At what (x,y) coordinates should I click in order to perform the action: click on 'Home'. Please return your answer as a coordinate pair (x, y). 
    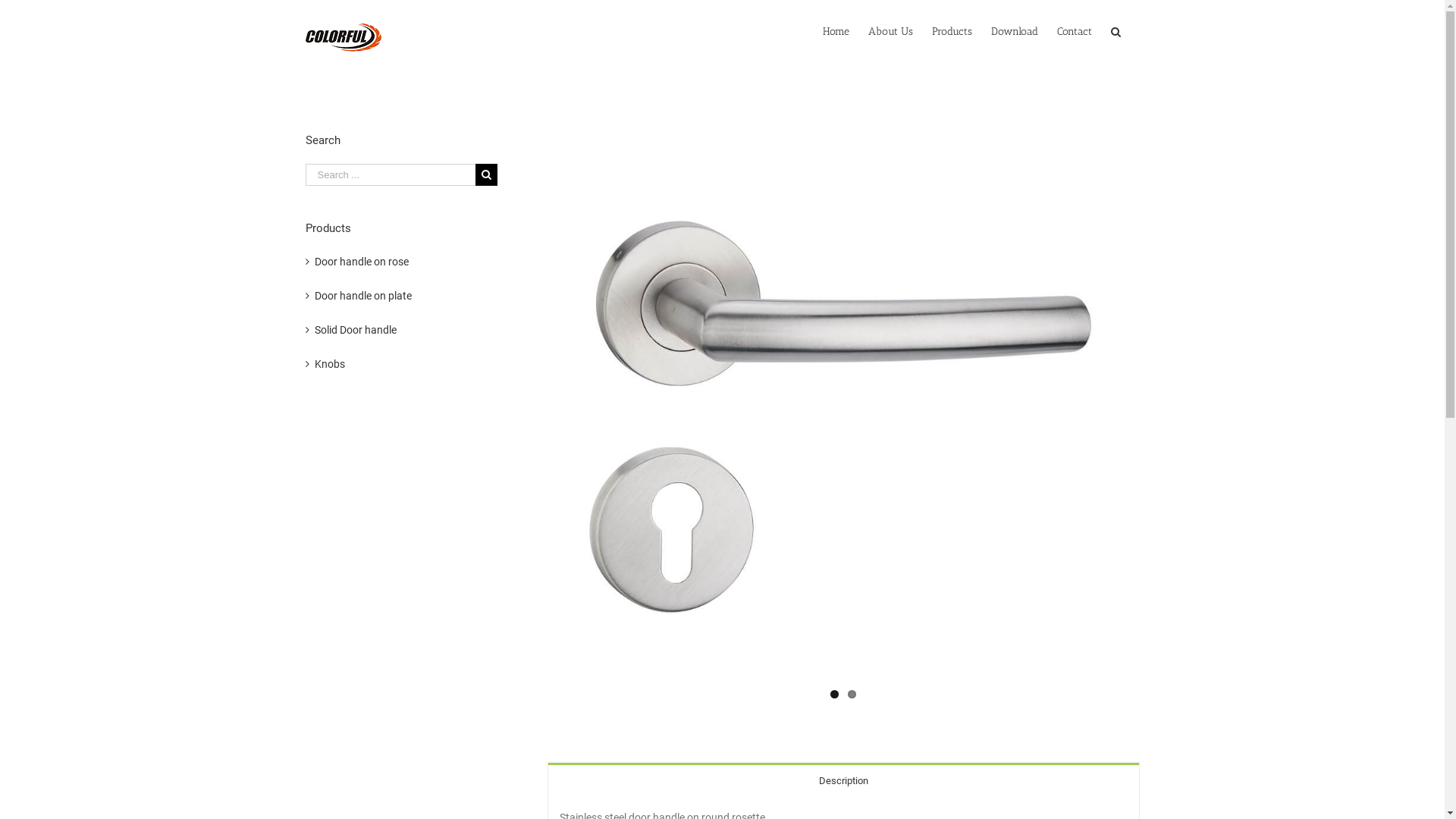
    Looking at the image, I should click on (834, 32).